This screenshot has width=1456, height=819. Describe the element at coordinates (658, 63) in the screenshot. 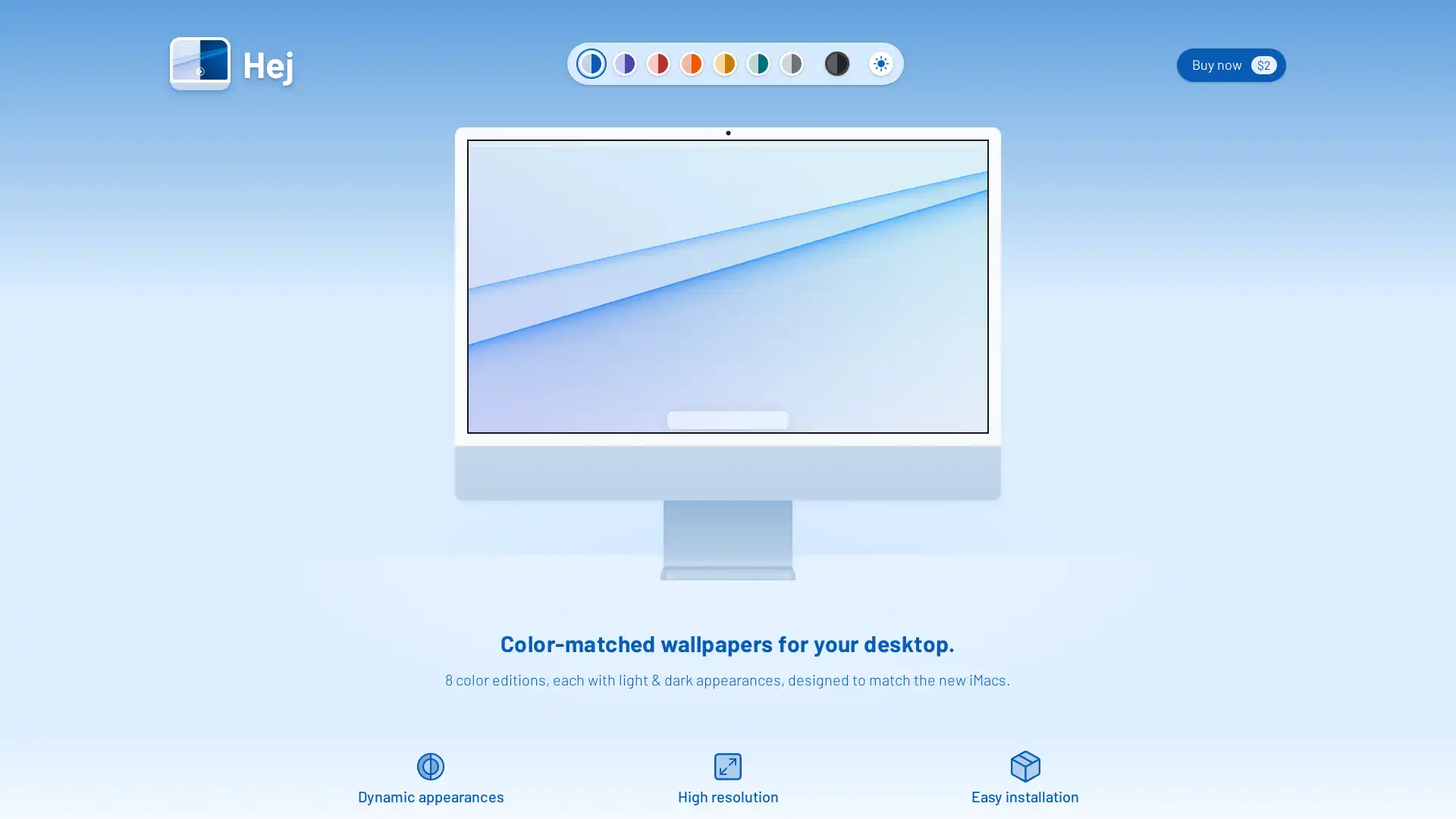

I see `Set theme to pink` at that location.